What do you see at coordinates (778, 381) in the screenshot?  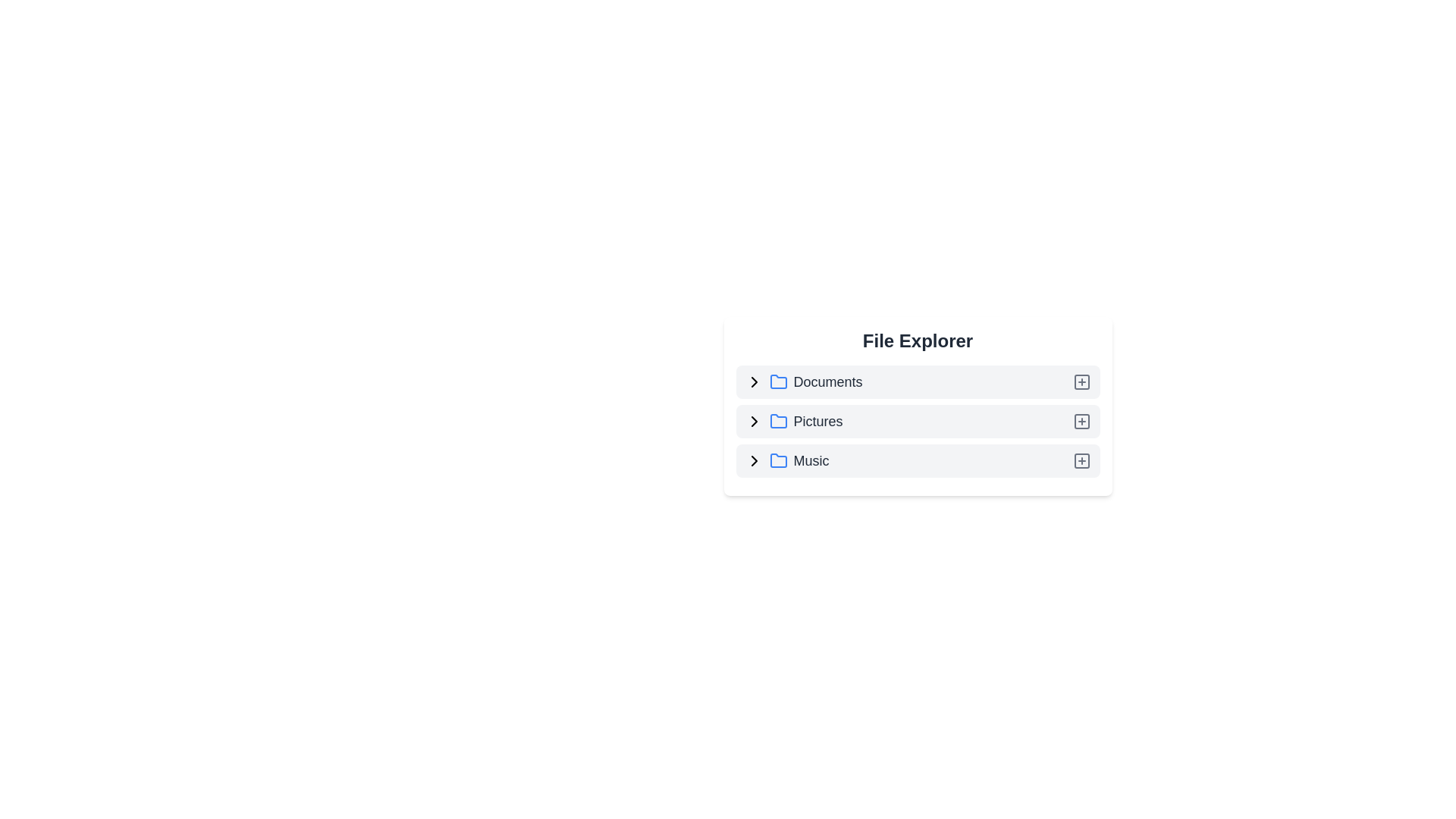 I see `the folder icon for Documents to expand or collapse its contents` at bounding box center [778, 381].